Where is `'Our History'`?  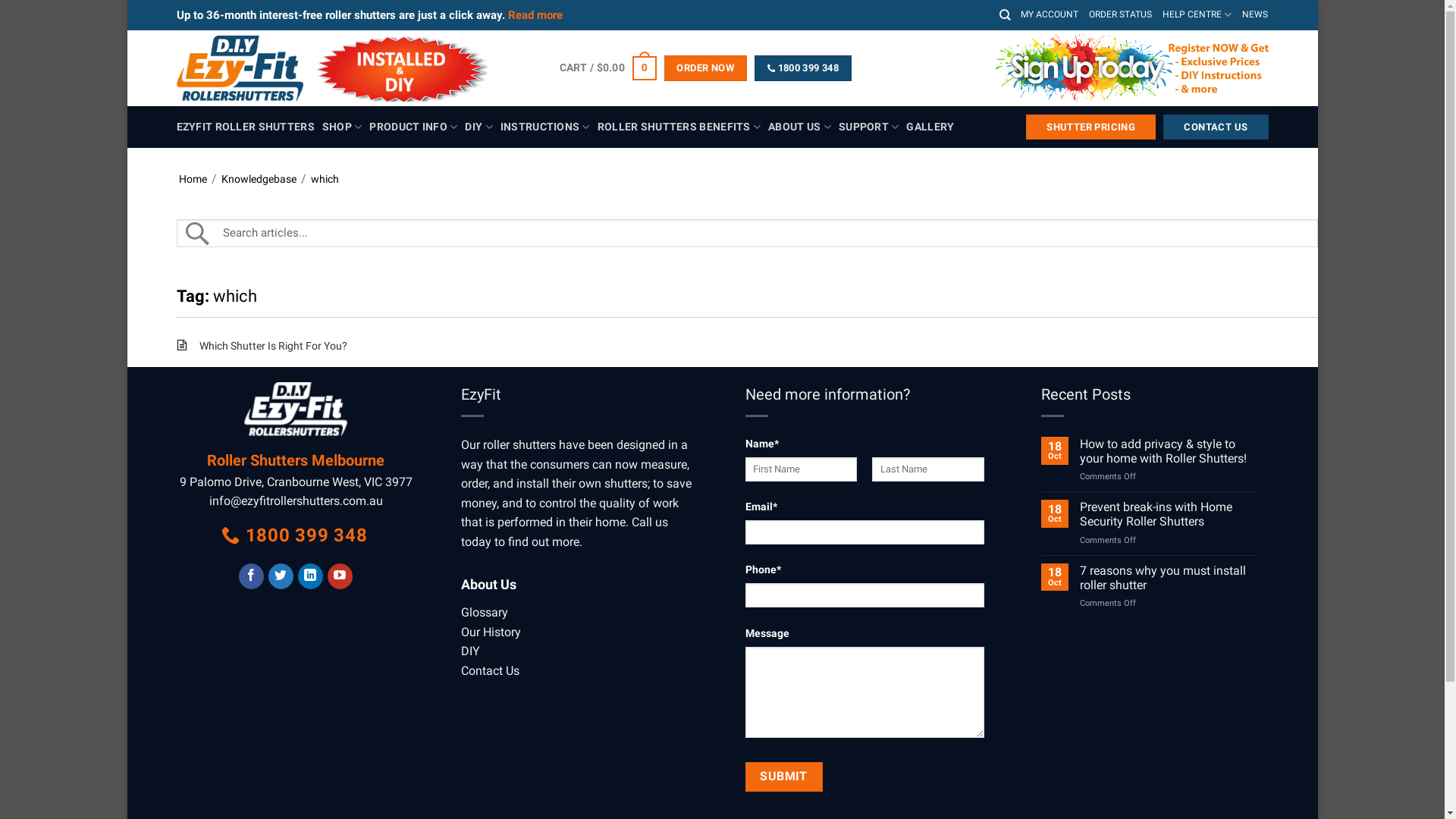
'Our History' is located at coordinates (460, 632).